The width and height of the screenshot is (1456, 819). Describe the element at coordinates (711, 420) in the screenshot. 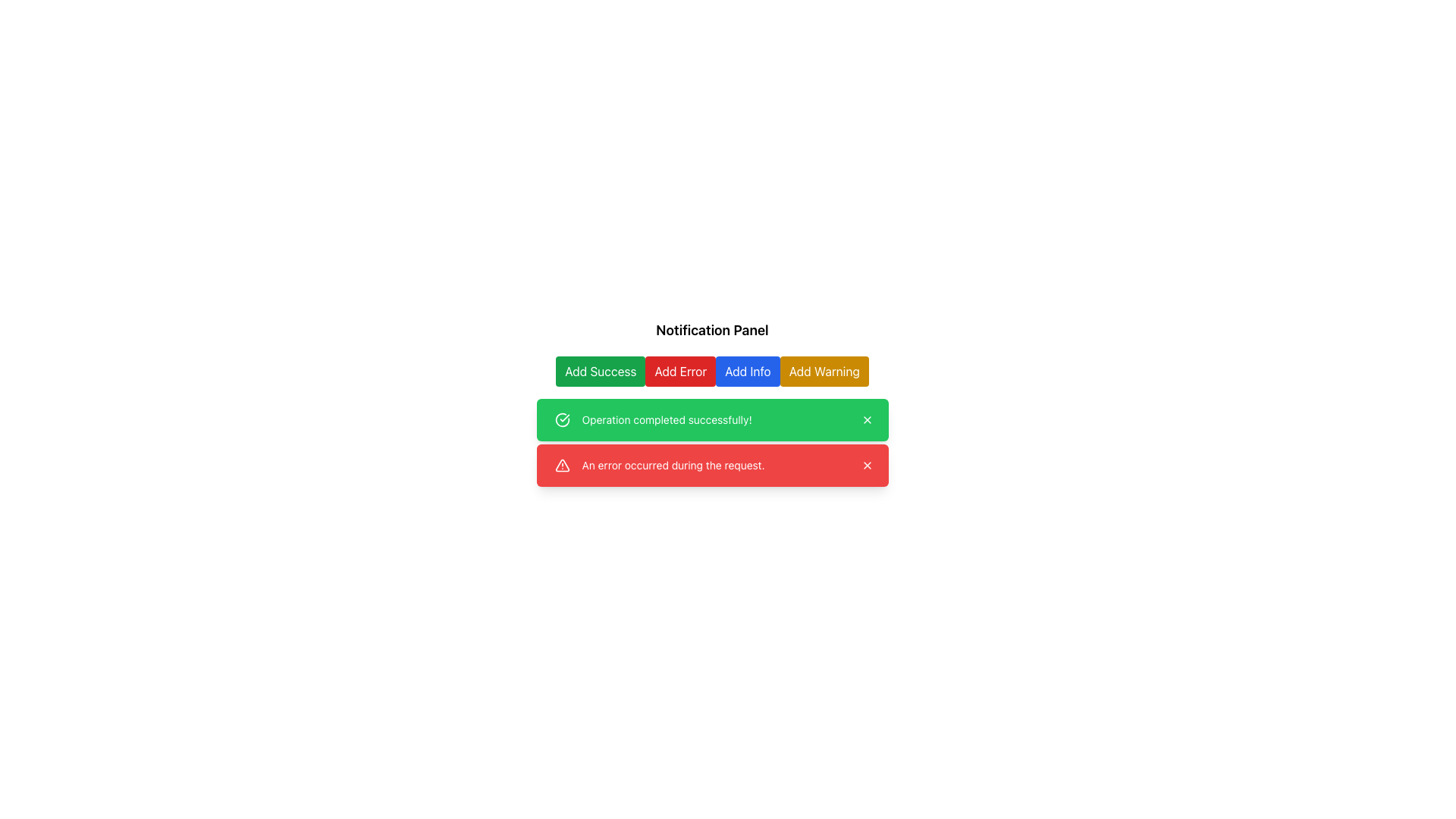

I see `confirmation message from the Notification Bar, which is the first in a vertically stacked list of notifications below the buttons labeled 'Add Success', 'Add Error', 'Add Info', and 'Add Warning'` at that location.